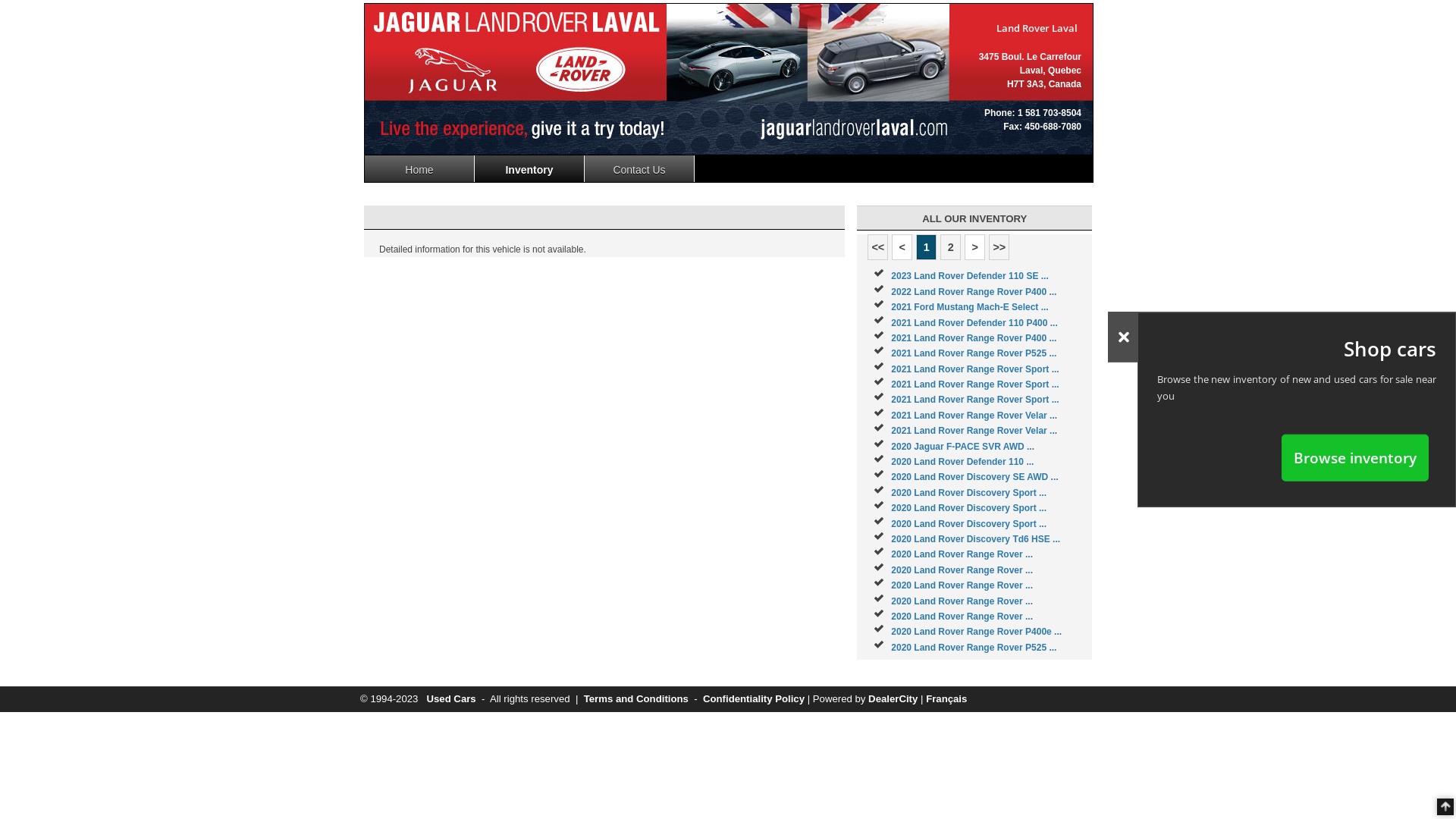 The width and height of the screenshot is (1456, 819). I want to click on 'Confidentiality Policy', so click(753, 698).